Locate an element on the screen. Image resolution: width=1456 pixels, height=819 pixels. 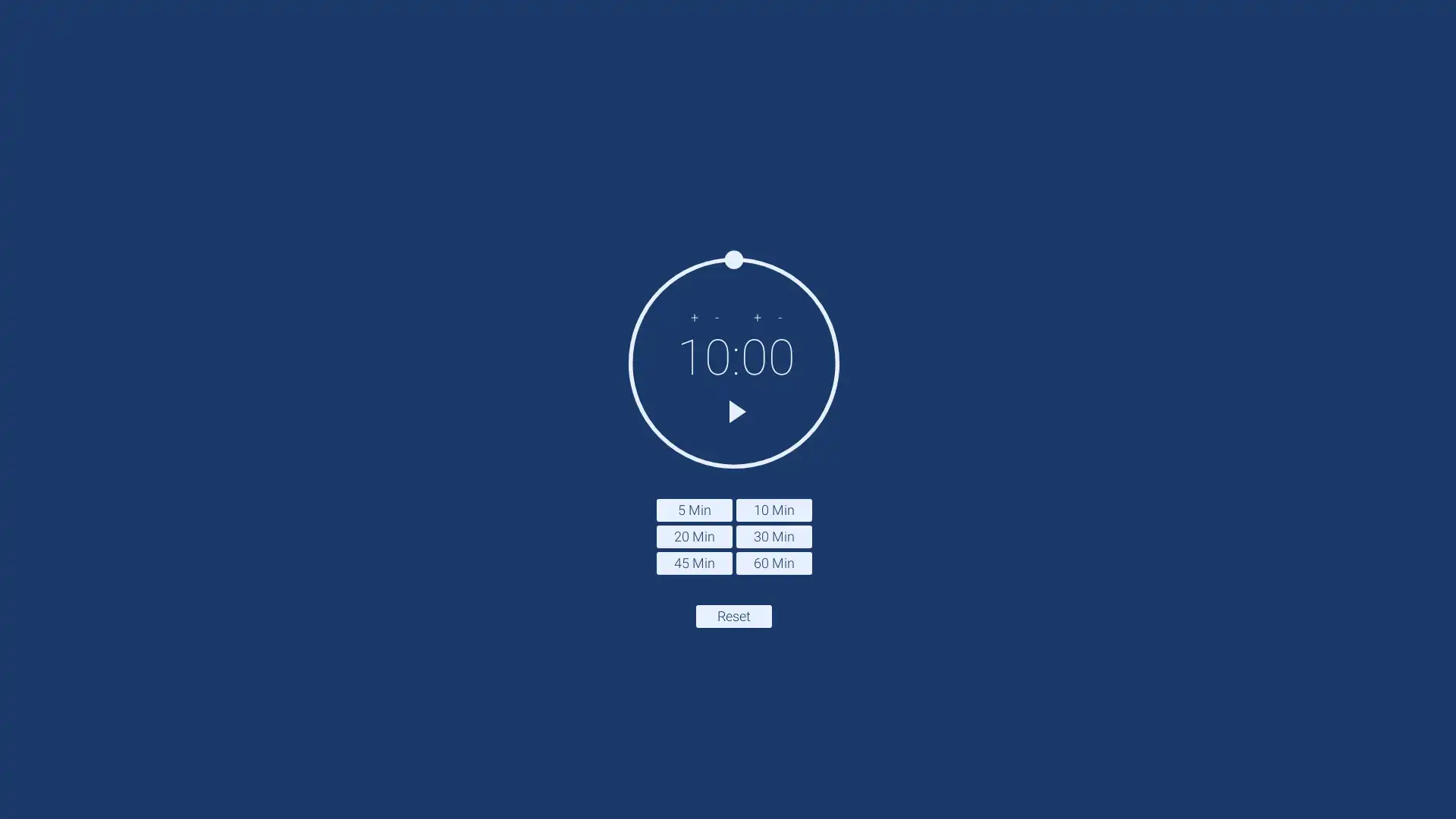
- is located at coordinates (780, 315).